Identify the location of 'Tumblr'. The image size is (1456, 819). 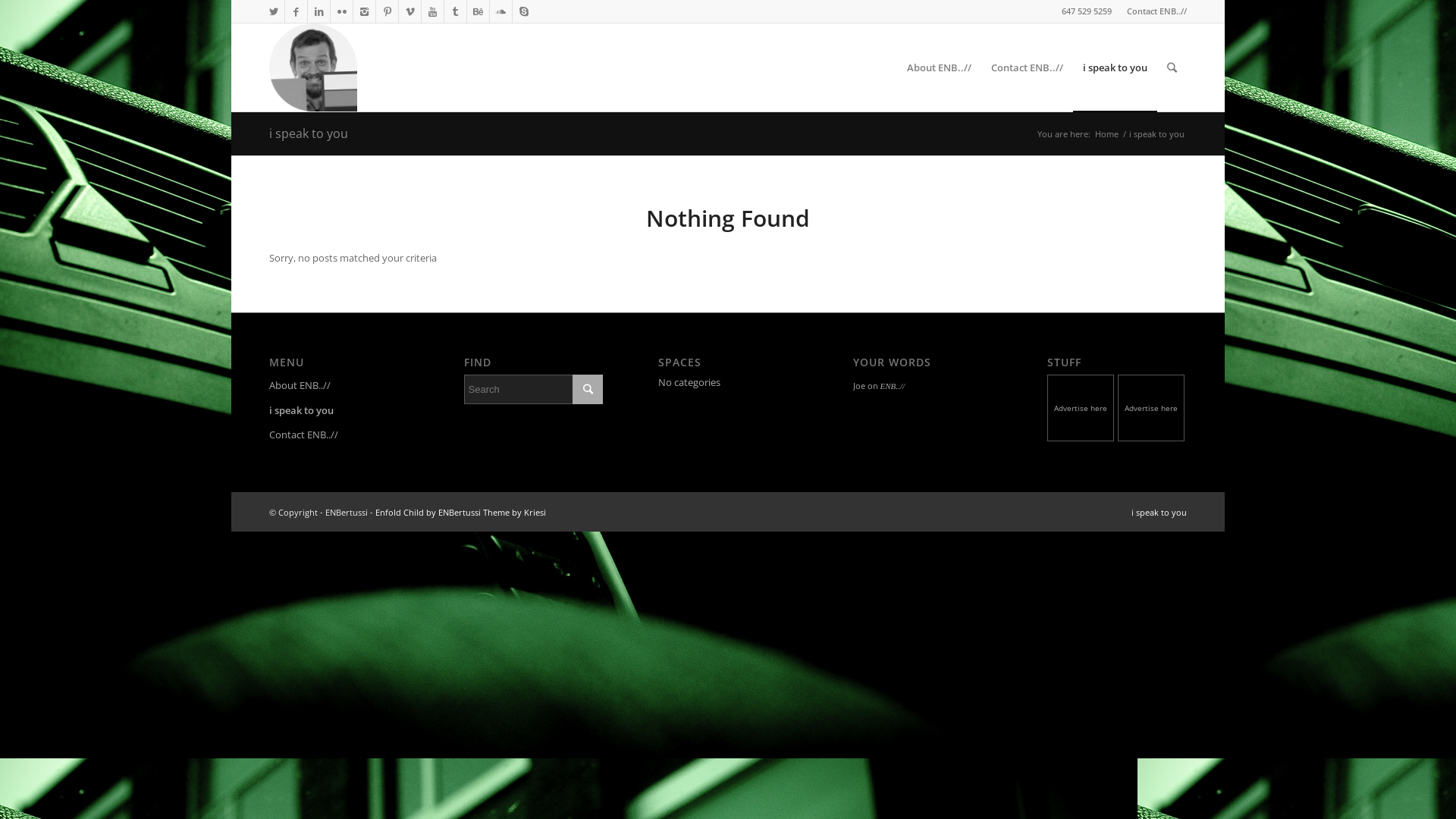
(443, 11).